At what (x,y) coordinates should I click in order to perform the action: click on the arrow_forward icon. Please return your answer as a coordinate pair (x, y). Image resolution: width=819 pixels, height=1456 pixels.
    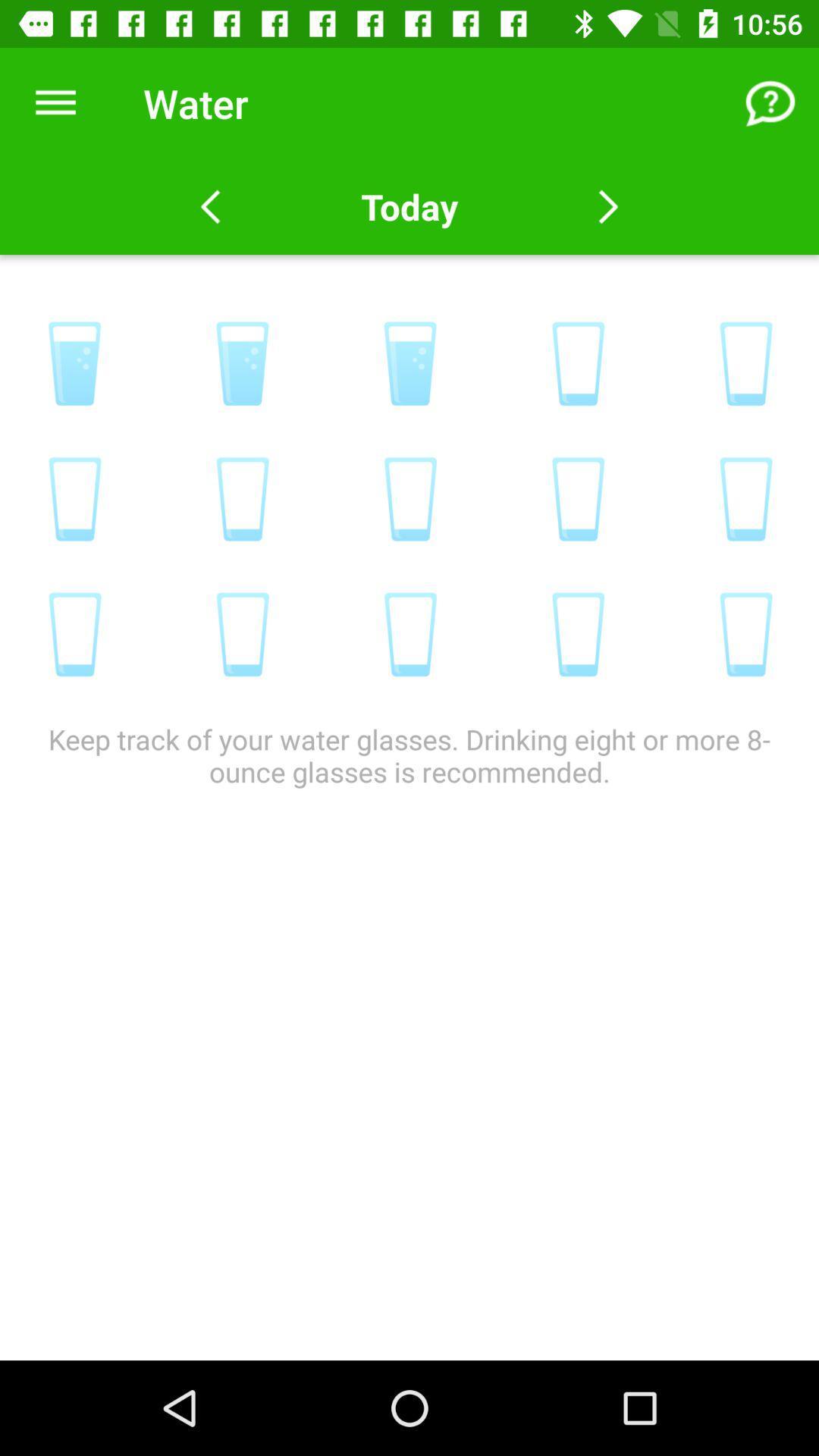
    Looking at the image, I should click on (607, 206).